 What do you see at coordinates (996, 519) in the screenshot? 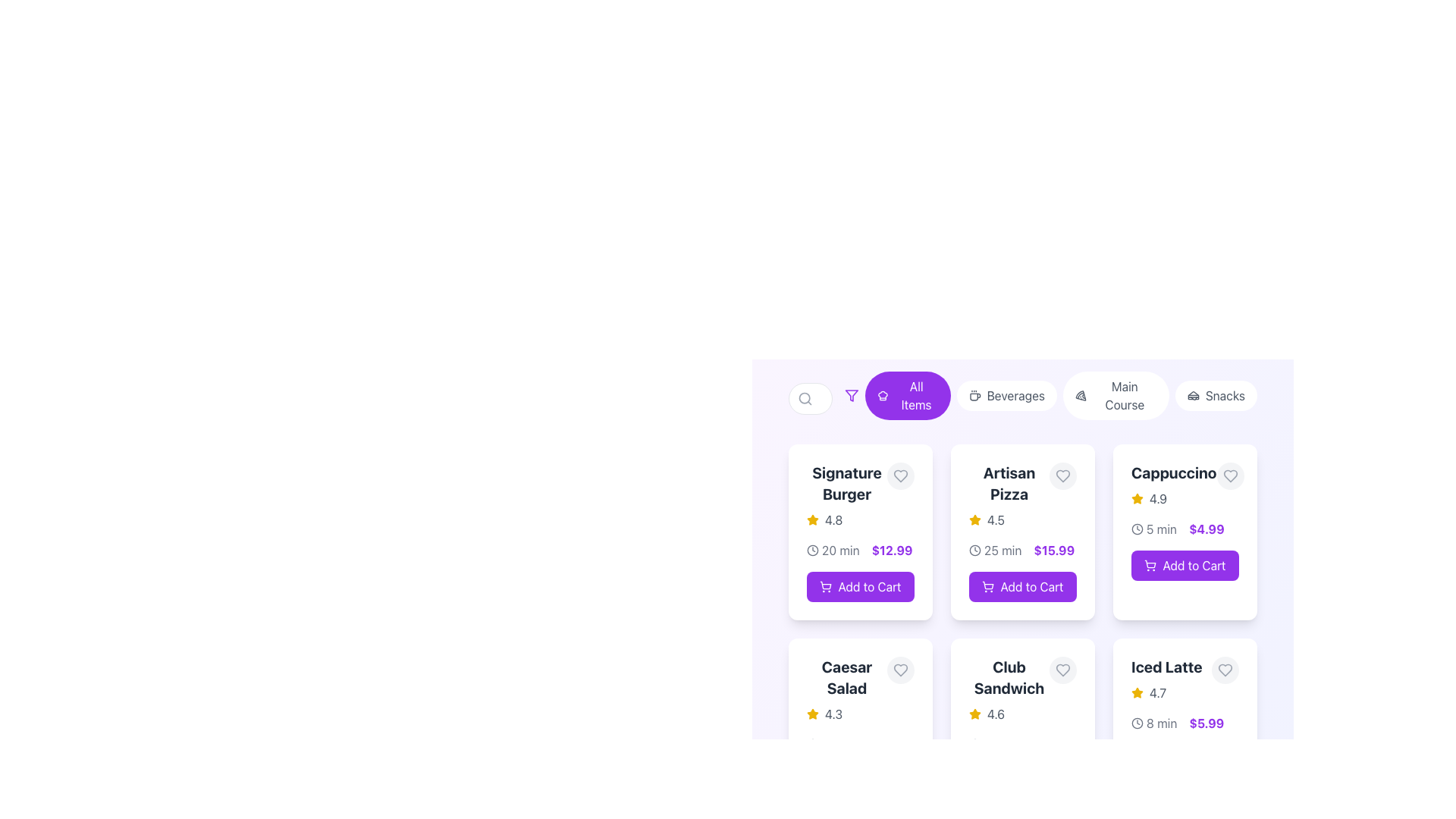
I see `the text label displaying the number '4.5' in gray color, located to the right of a yellow star icon within the 'Artisan Pizza' card` at bounding box center [996, 519].